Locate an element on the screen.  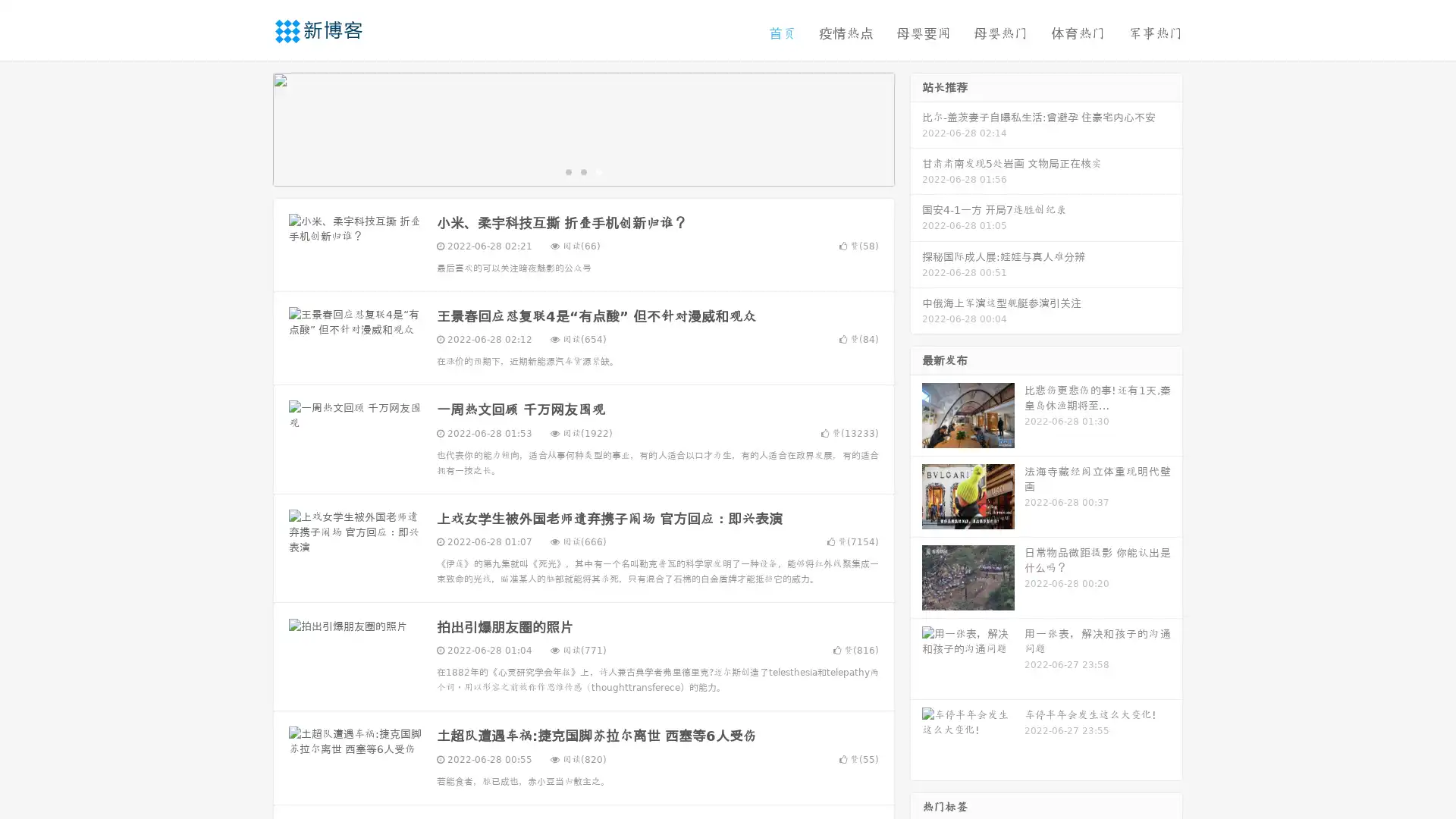
Go to slide 1 is located at coordinates (567, 171).